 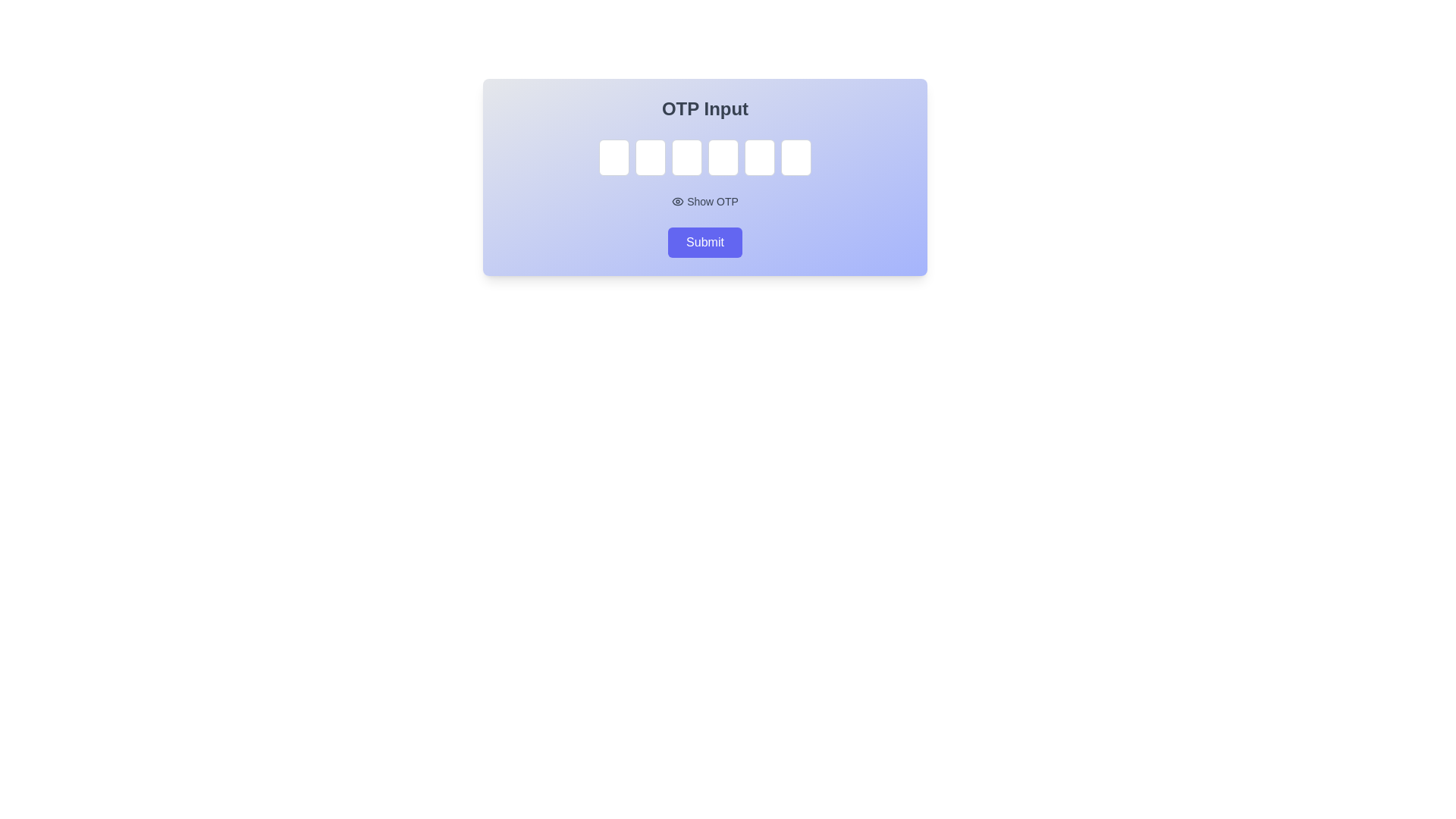 What do you see at coordinates (704, 201) in the screenshot?
I see `the 'Show OTP' label with an eye icon to change its text color` at bounding box center [704, 201].